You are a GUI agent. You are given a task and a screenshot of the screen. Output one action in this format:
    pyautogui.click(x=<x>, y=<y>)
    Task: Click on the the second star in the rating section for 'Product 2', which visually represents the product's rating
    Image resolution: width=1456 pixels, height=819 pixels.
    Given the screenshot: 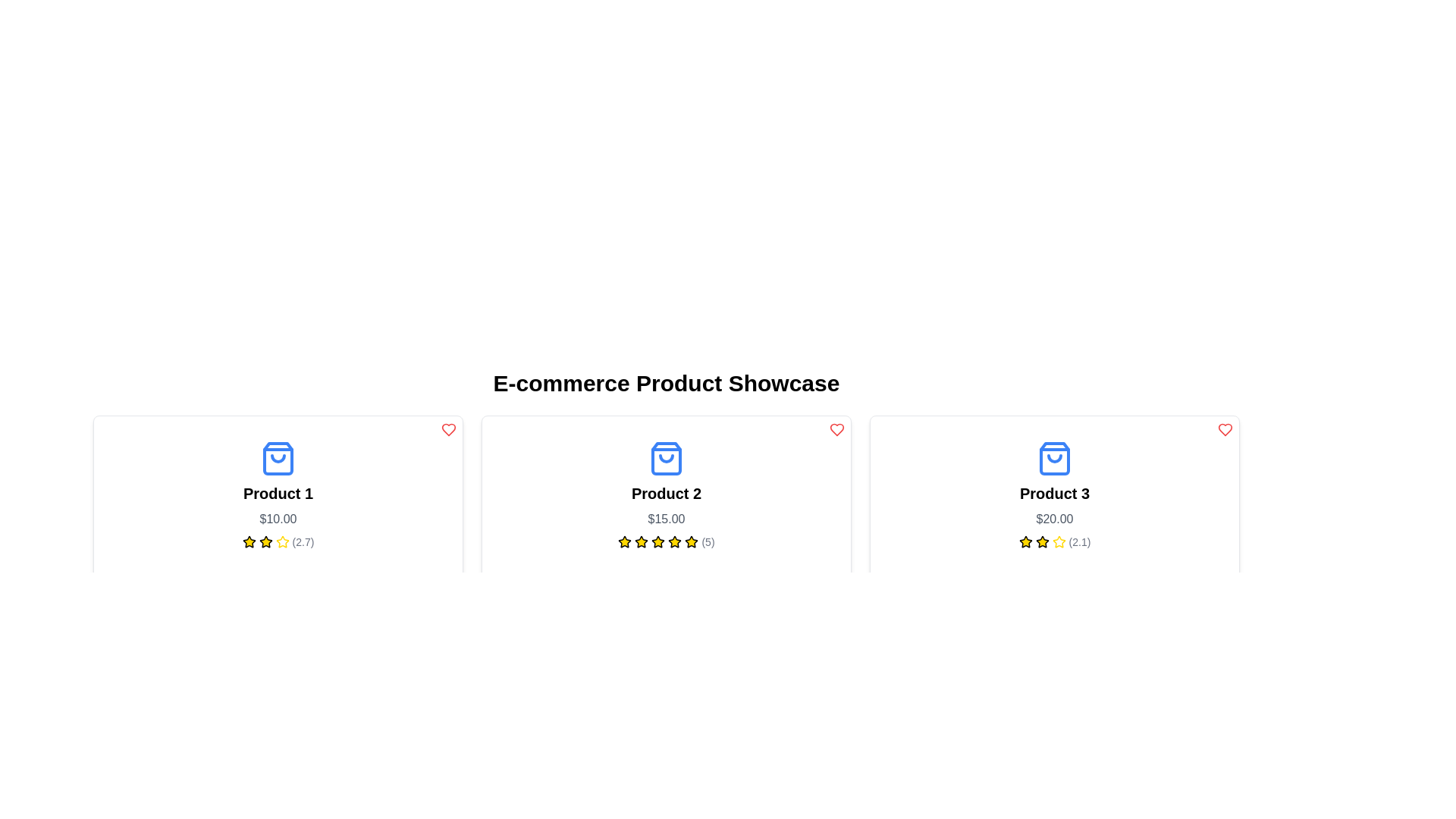 What is the action you would take?
    pyautogui.click(x=625, y=541)
    